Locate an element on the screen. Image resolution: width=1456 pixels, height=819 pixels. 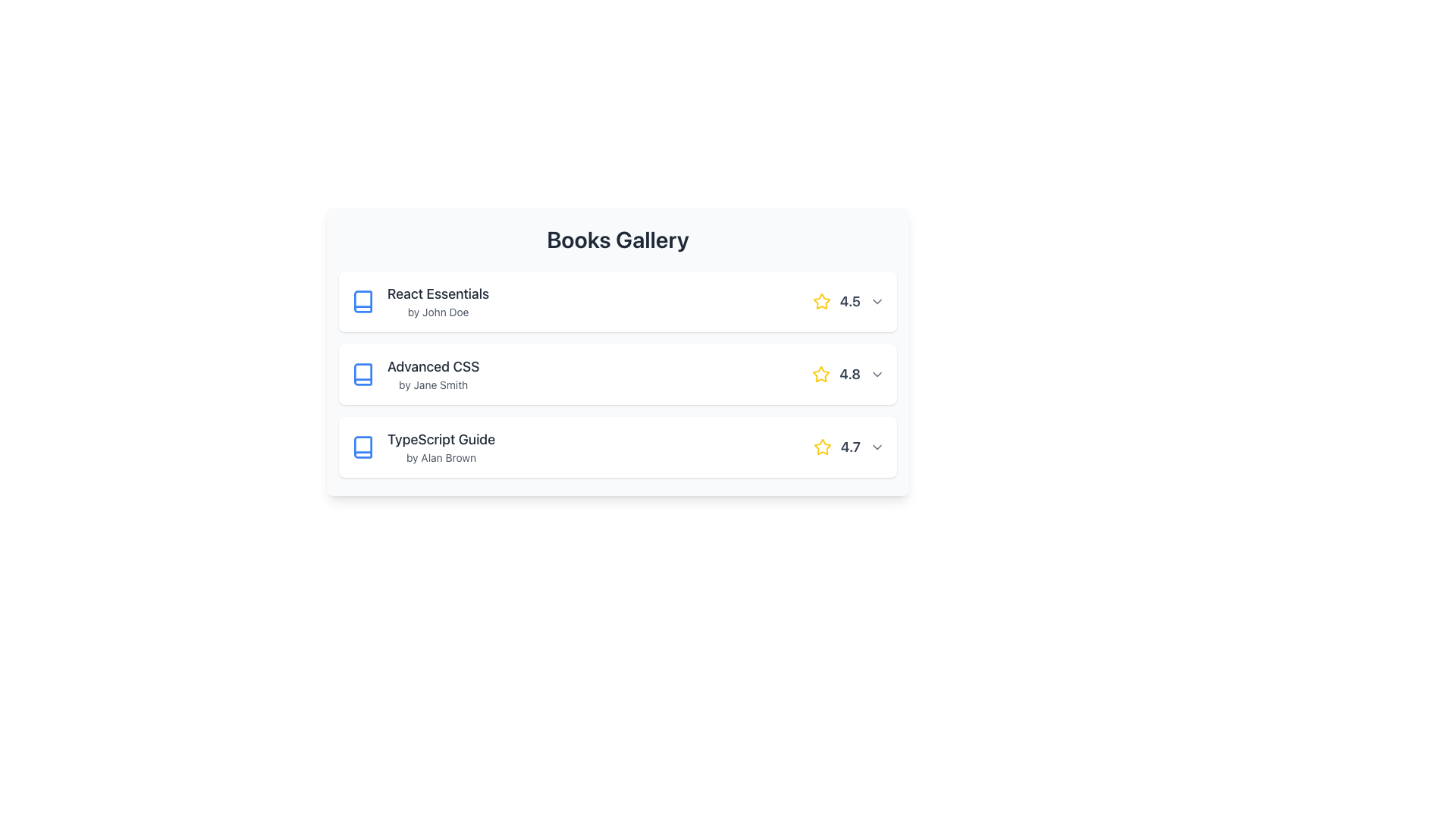
the text element displaying 'by John Doe', which is located directly below the title 'React Essentials' in the 'Books Gallery' section is located at coordinates (438, 312).